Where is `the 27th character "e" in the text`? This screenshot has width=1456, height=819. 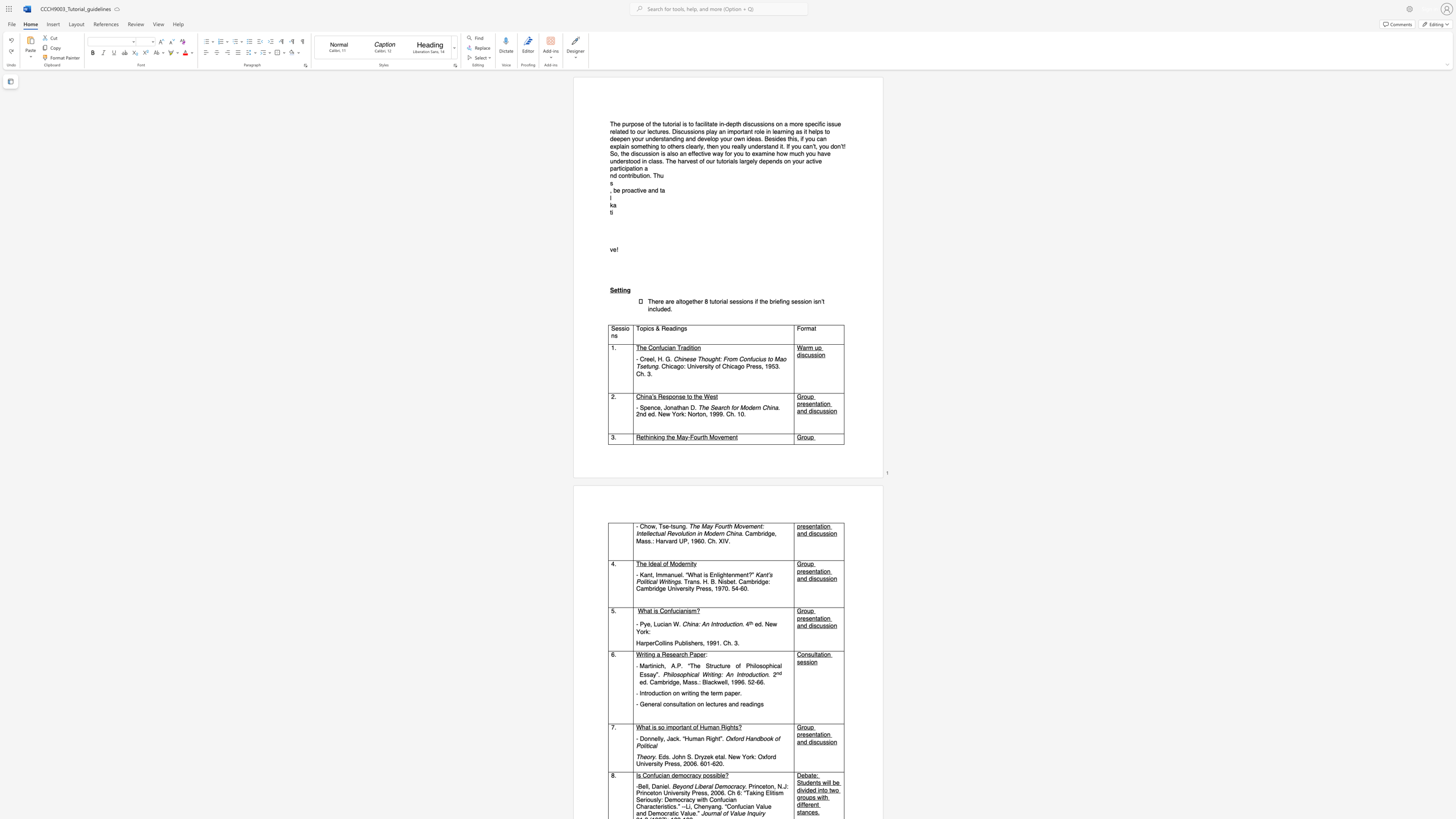 the 27th character "e" in the text is located at coordinates (677, 146).